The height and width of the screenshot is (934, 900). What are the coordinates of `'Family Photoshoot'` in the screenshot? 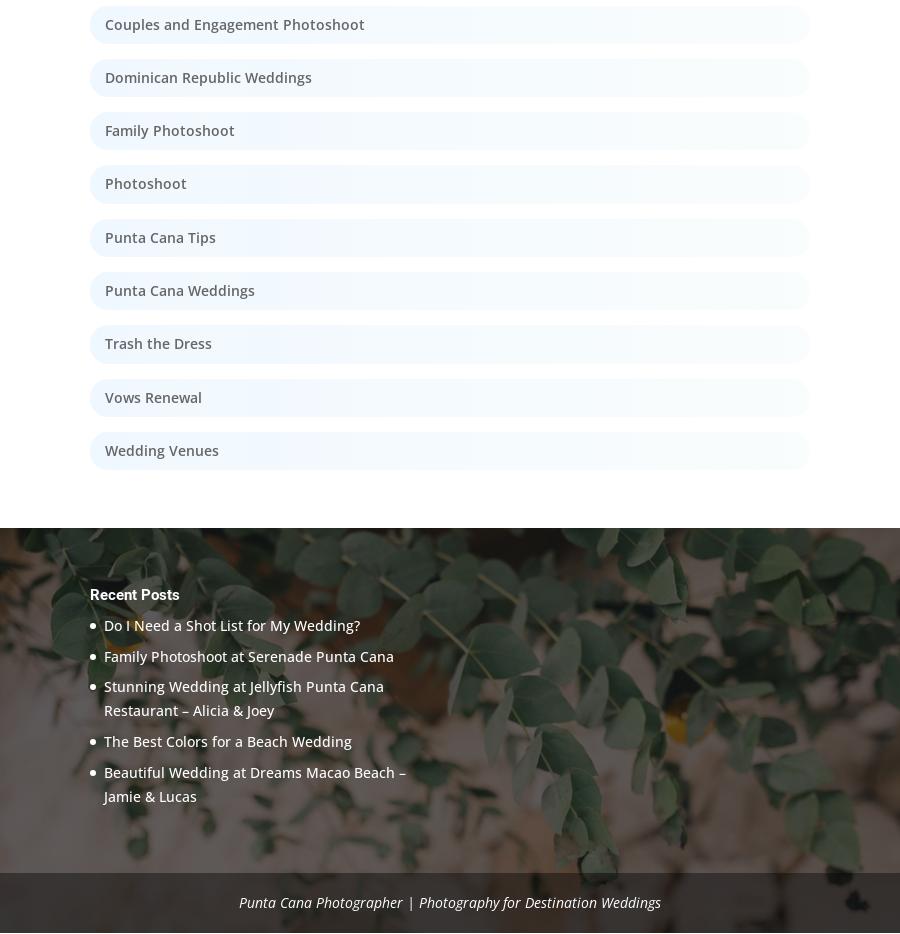 It's located at (170, 130).